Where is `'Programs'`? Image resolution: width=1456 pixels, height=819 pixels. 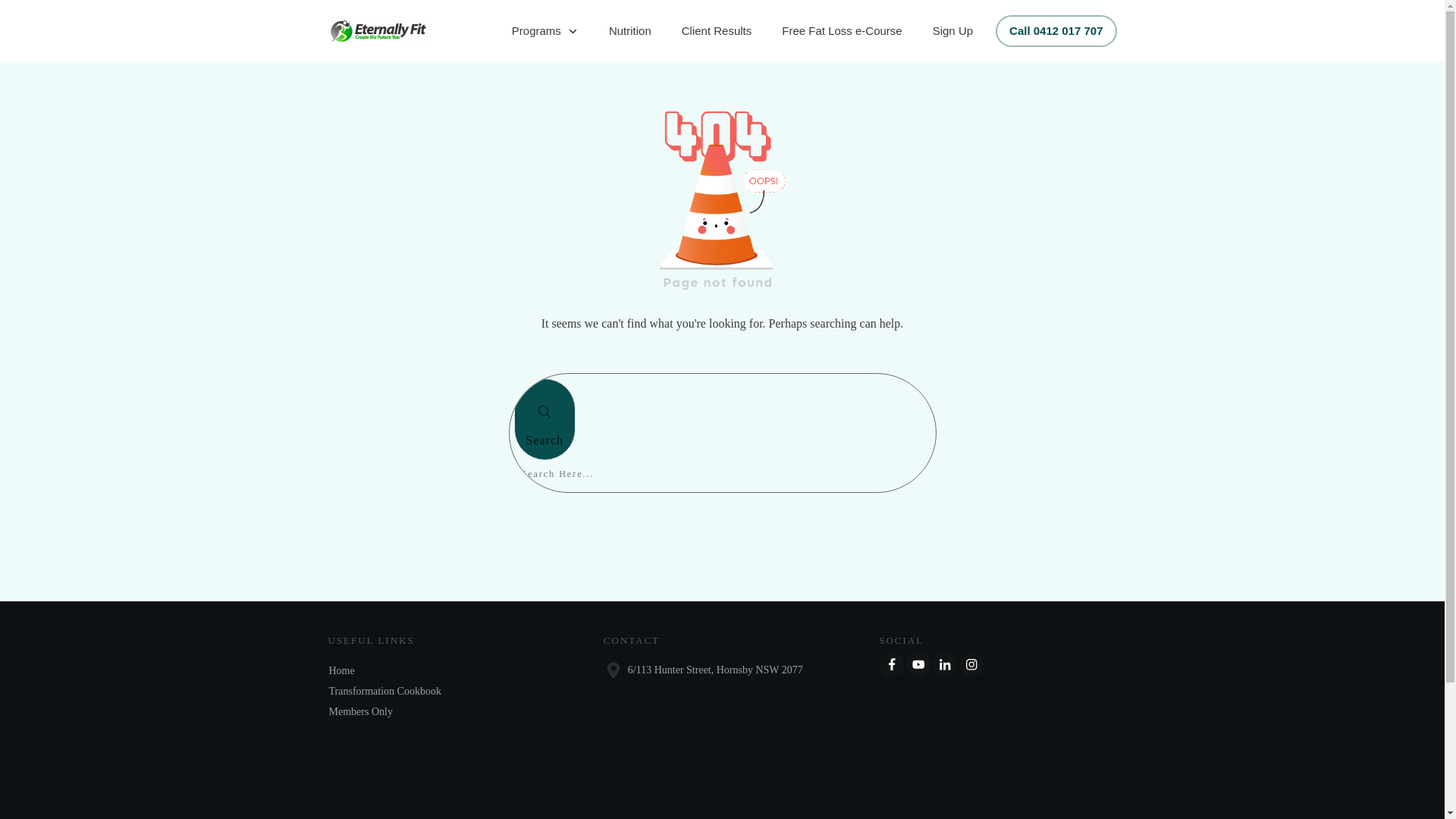 'Programs' is located at coordinates (545, 31).